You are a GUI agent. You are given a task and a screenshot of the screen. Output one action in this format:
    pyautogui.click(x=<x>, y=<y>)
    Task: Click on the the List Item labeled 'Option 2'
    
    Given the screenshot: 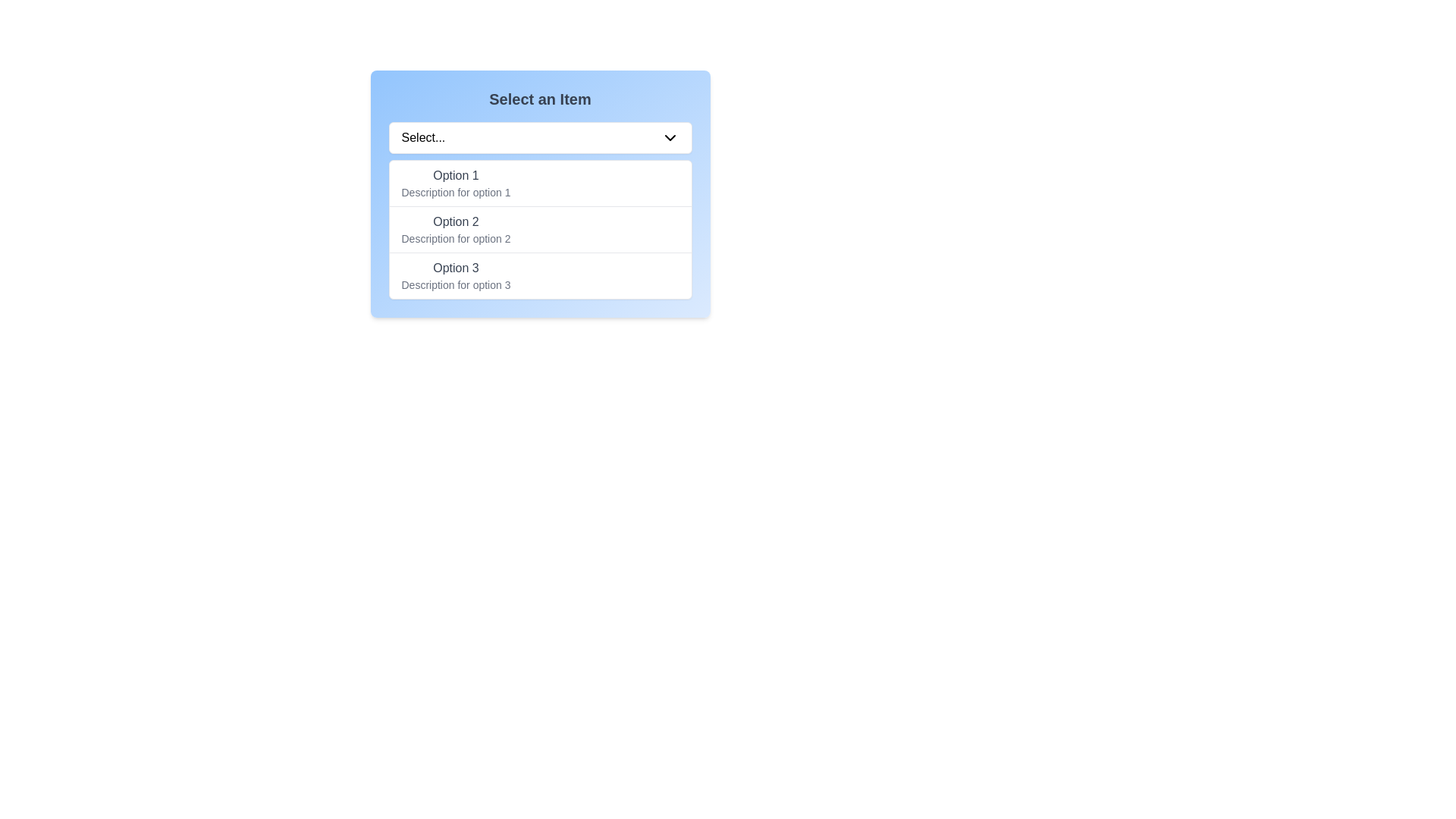 What is the action you would take?
    pyautogui.click(x=540, y=229)
    